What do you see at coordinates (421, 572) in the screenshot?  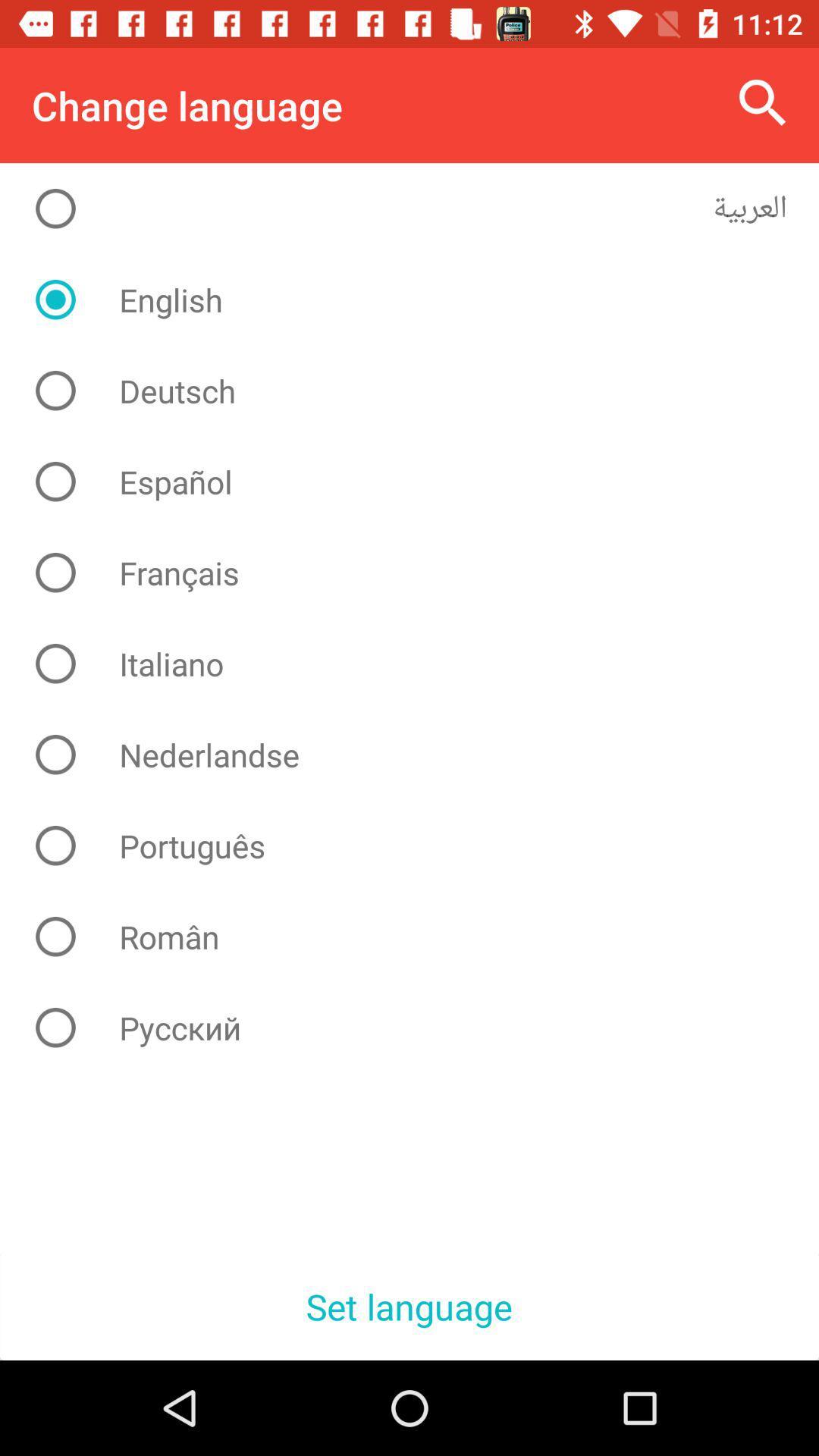 I see `item above the italiano` at bounding box center [421, 572].